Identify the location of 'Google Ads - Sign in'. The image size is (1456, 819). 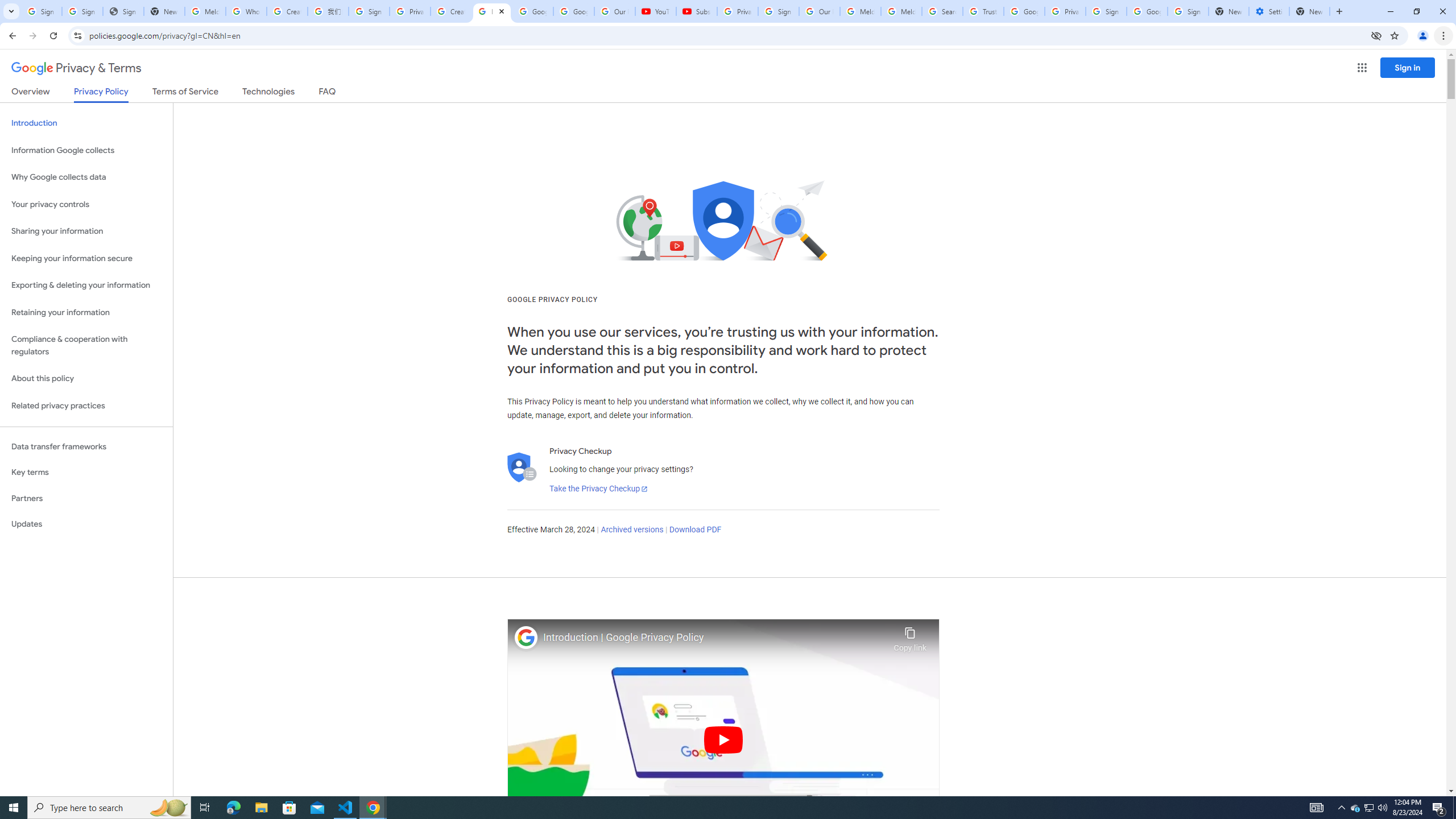
(1023, 11).